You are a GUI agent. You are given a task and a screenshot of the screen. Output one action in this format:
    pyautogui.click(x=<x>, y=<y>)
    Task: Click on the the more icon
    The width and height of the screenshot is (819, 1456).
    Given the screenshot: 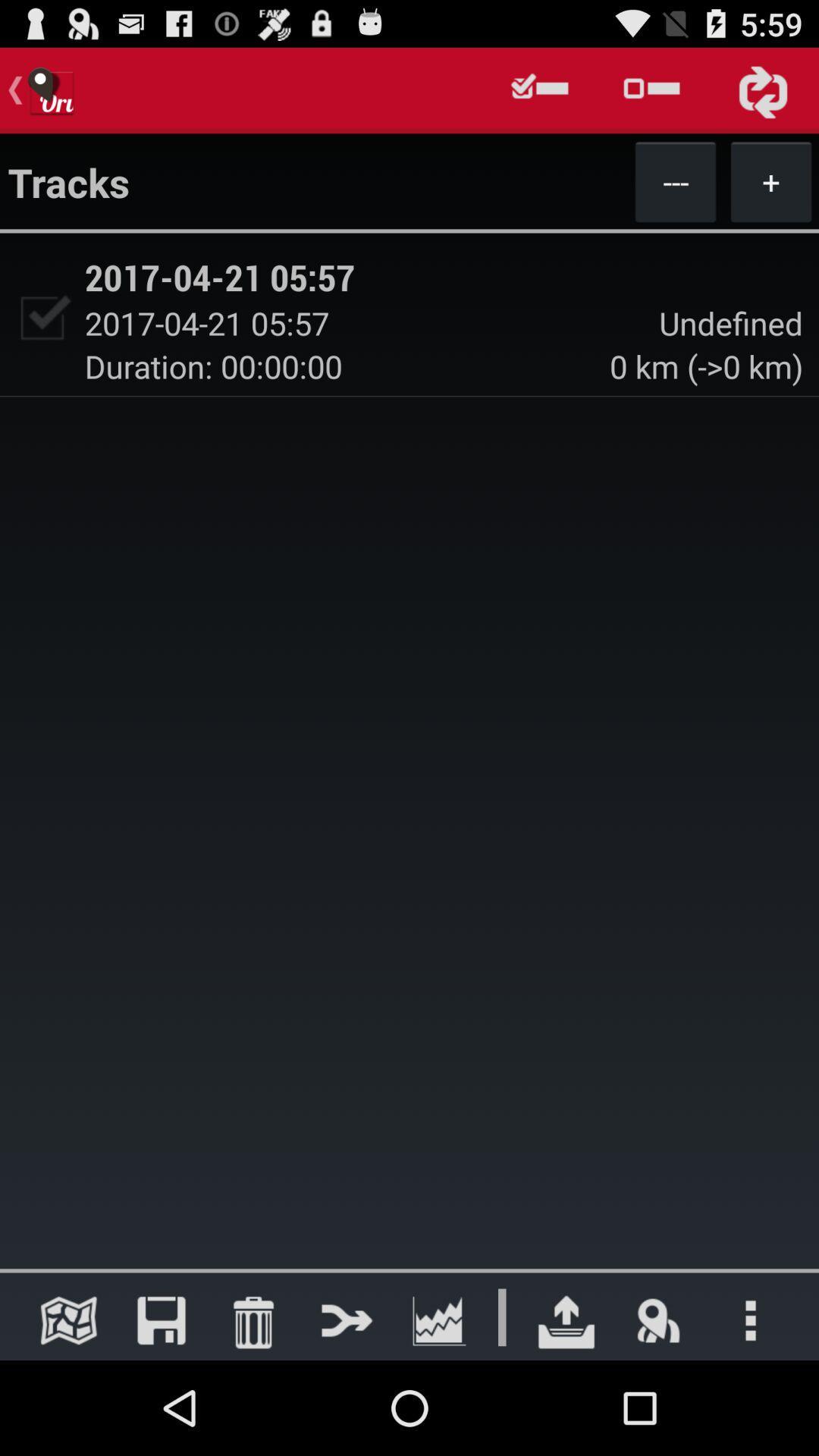 What is the action you would take?
    pyautogui.click(x=751, y=1412)
    